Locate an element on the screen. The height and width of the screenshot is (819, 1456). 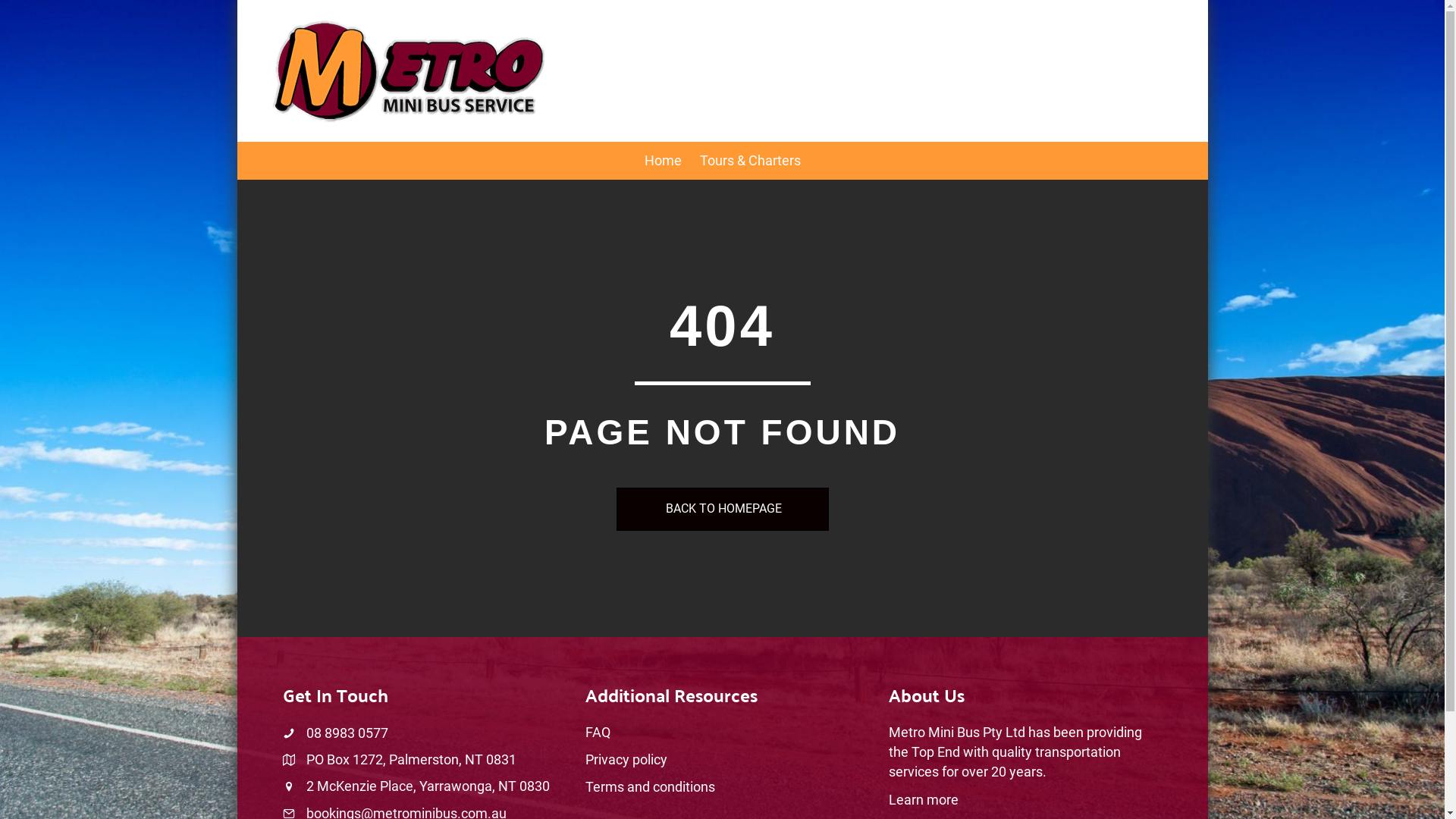
'Learn more' is located at coordinates (923, 799).